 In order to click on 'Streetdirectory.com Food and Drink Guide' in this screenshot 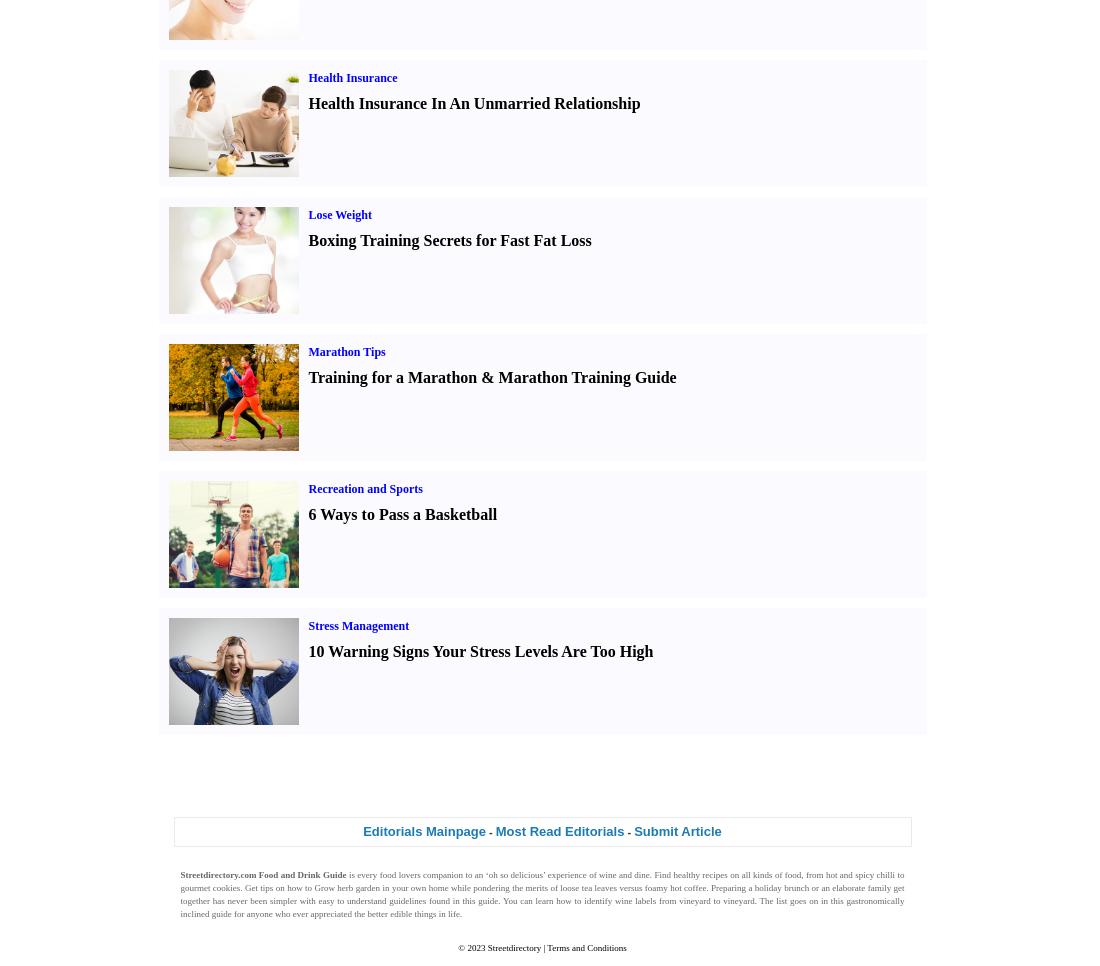, I will do `click(264, 875)`.